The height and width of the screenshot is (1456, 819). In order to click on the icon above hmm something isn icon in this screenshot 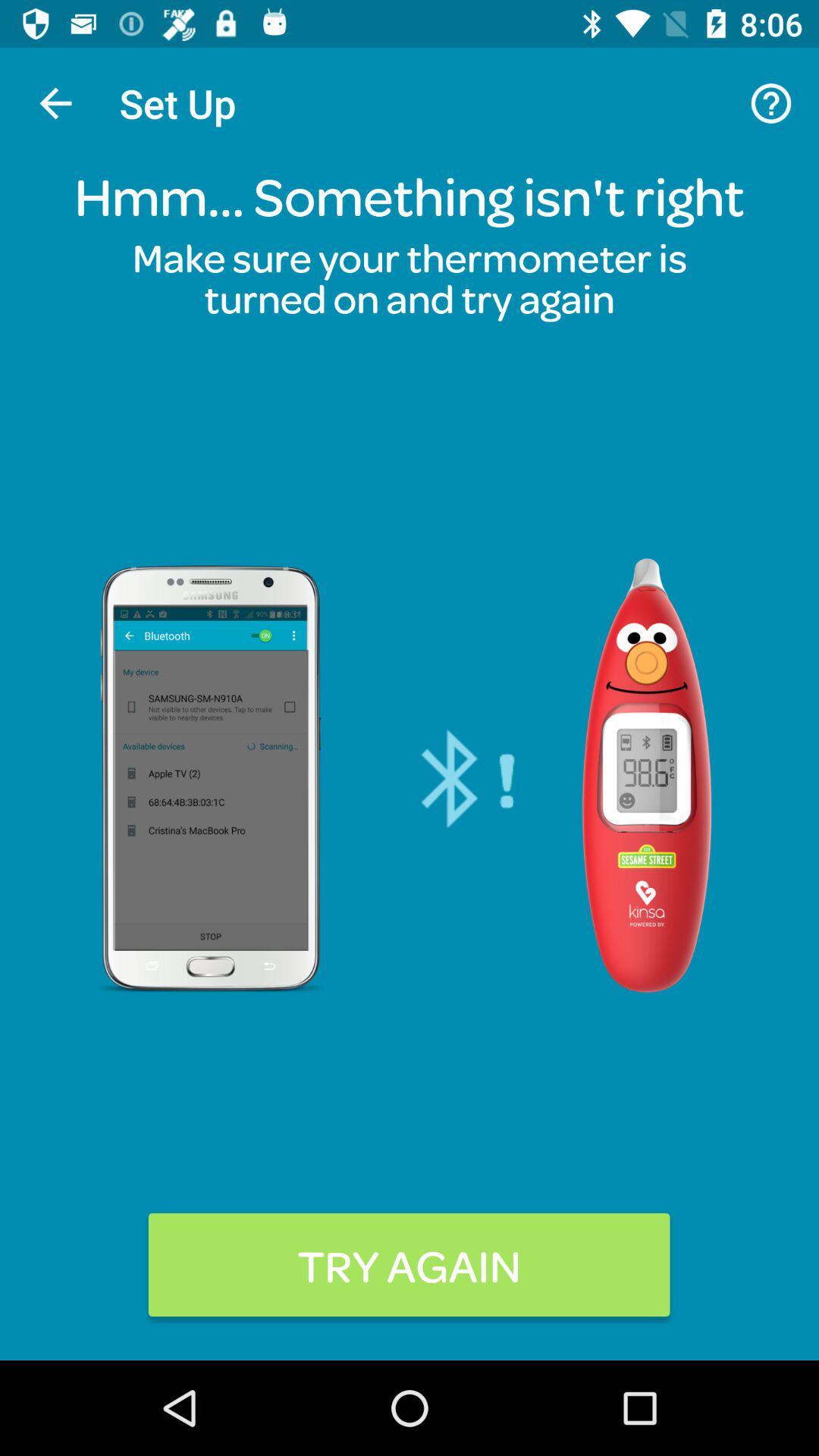, I will do `click(55, 102)`.